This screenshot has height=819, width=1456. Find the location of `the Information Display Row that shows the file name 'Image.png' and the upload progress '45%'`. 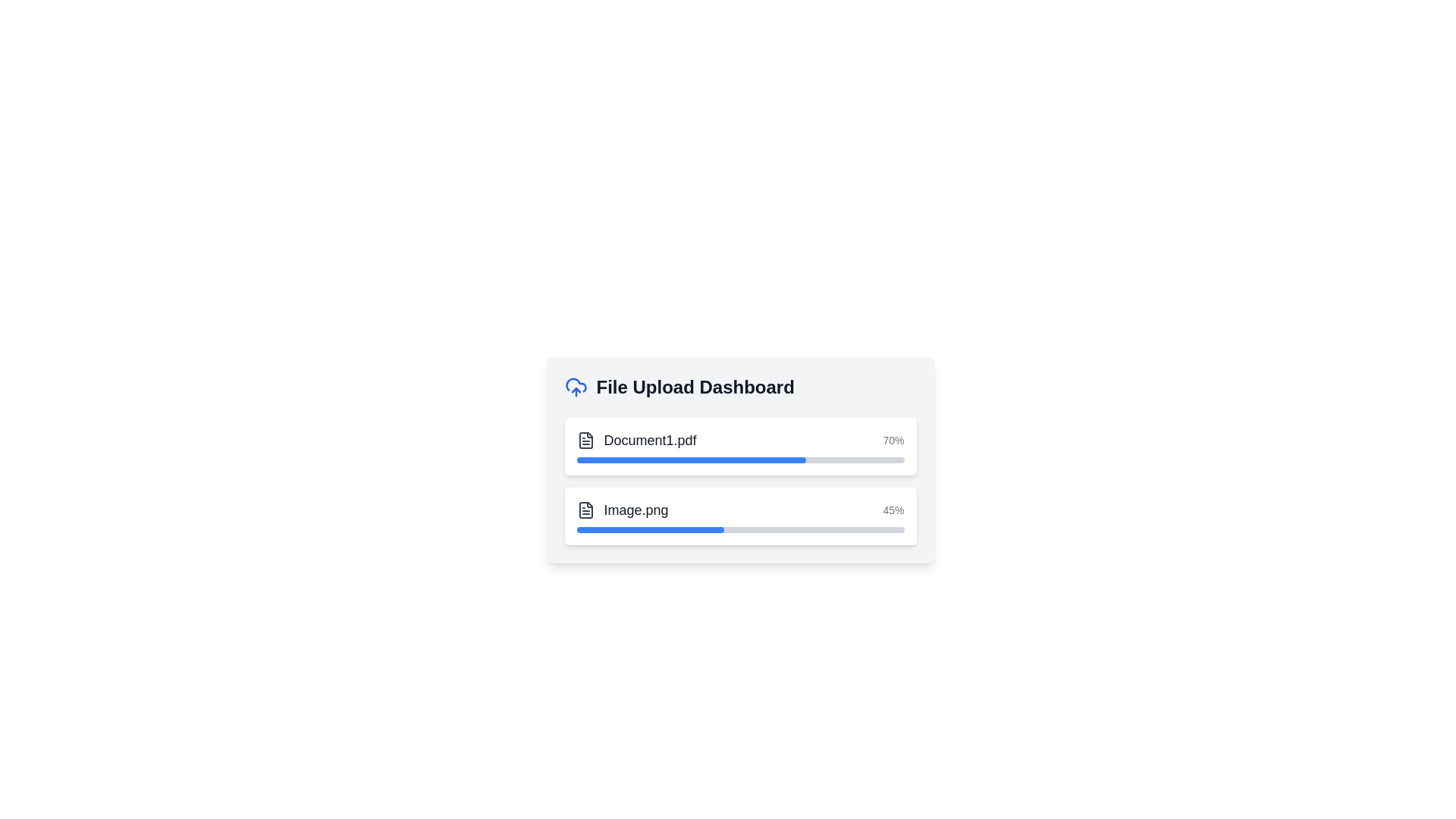

the Information Display Row that shows the file name 'Image.png' and the upload progress '45%' is located at coordinates (740, 510).